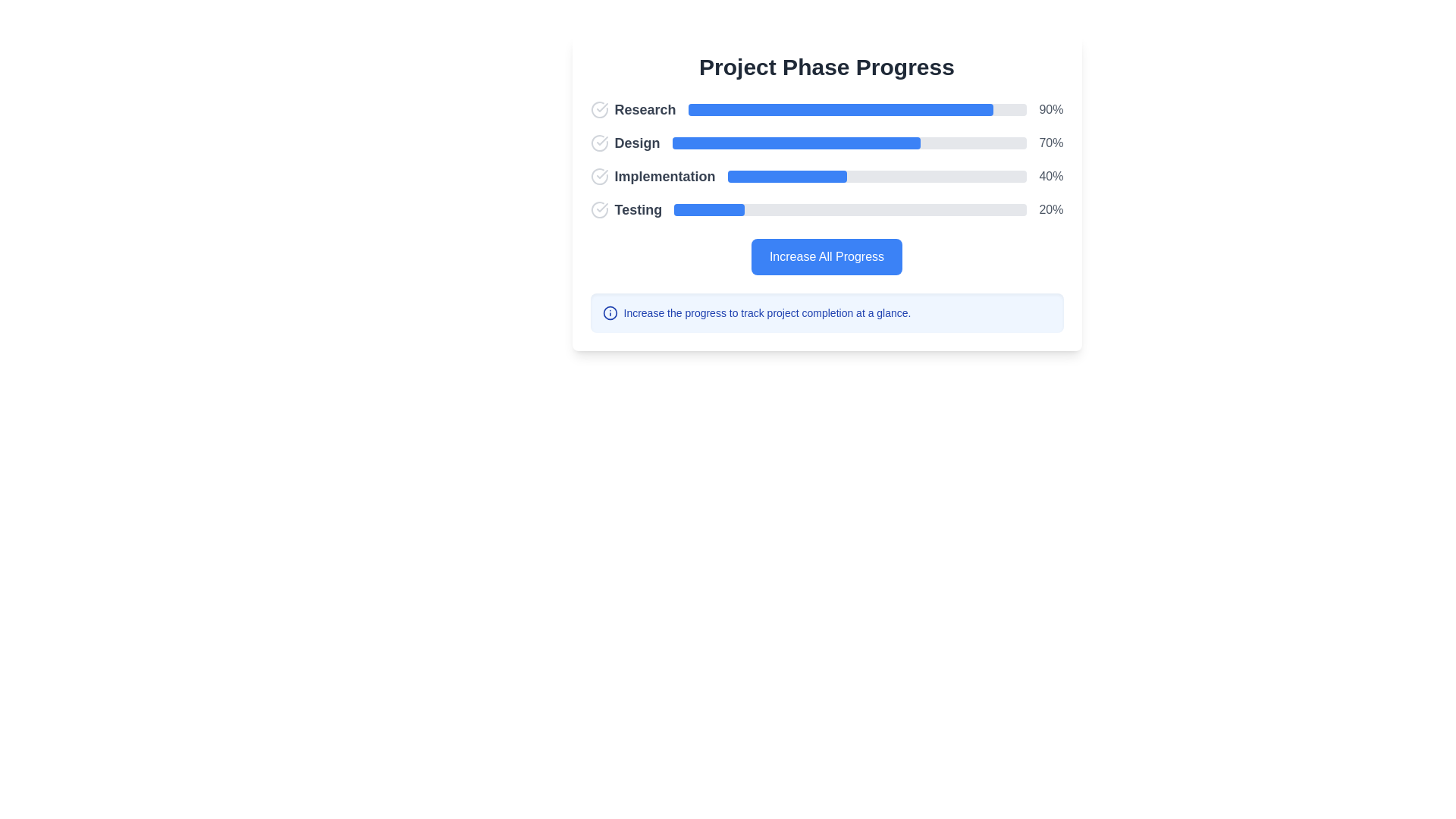  Describe the element at coordinates (826, 192) in the screenshot. I see `the progress of the project stages in the 'Project Phase Progress' tracker by clicking on its central area` at that location.